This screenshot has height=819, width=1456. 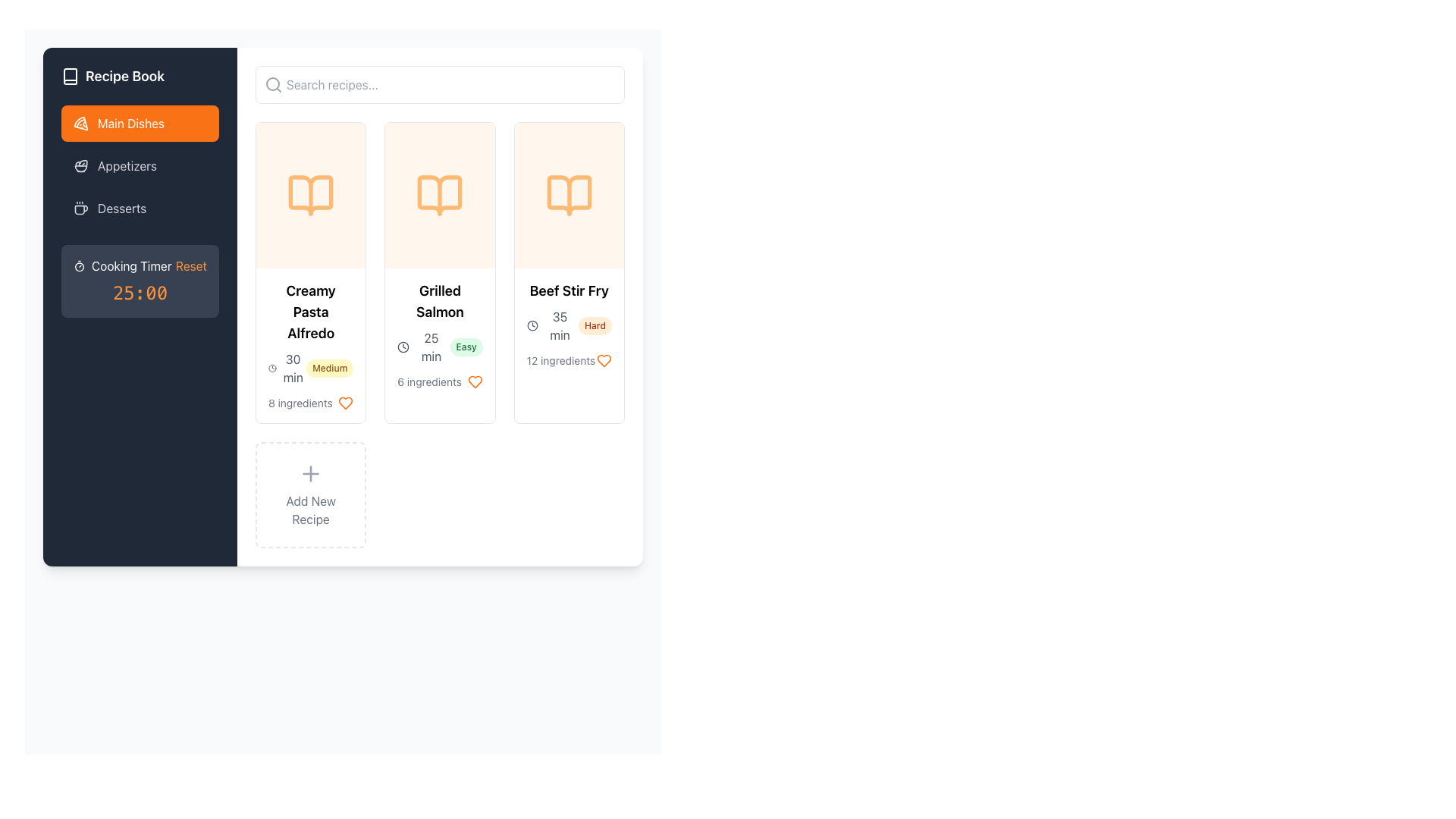 I want to click on the 'Main Dishes' text label, which is a bold white font against an orange background, so click(x=130, y=122).